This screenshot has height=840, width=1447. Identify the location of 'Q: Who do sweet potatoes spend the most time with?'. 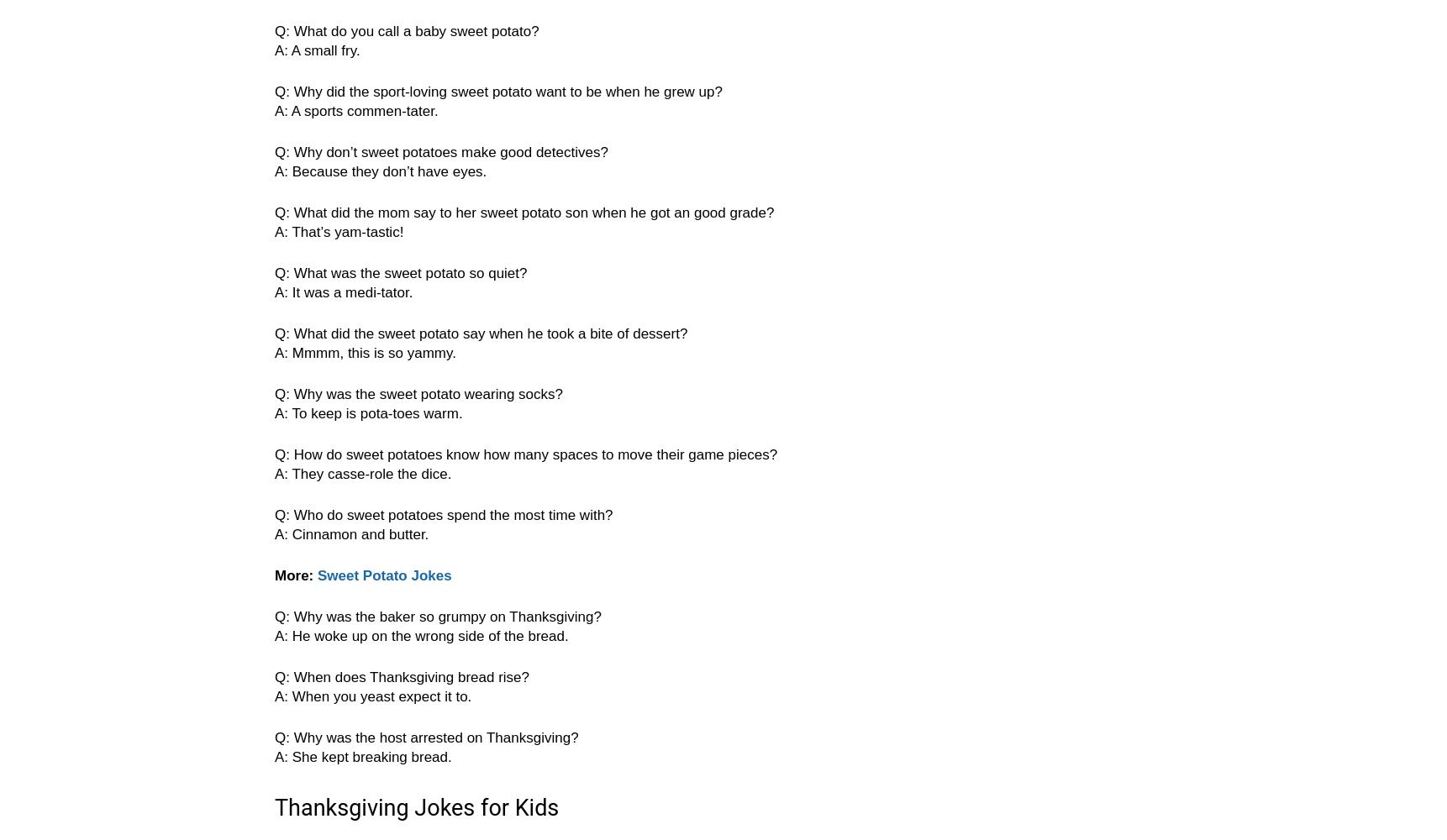
(443, 514).